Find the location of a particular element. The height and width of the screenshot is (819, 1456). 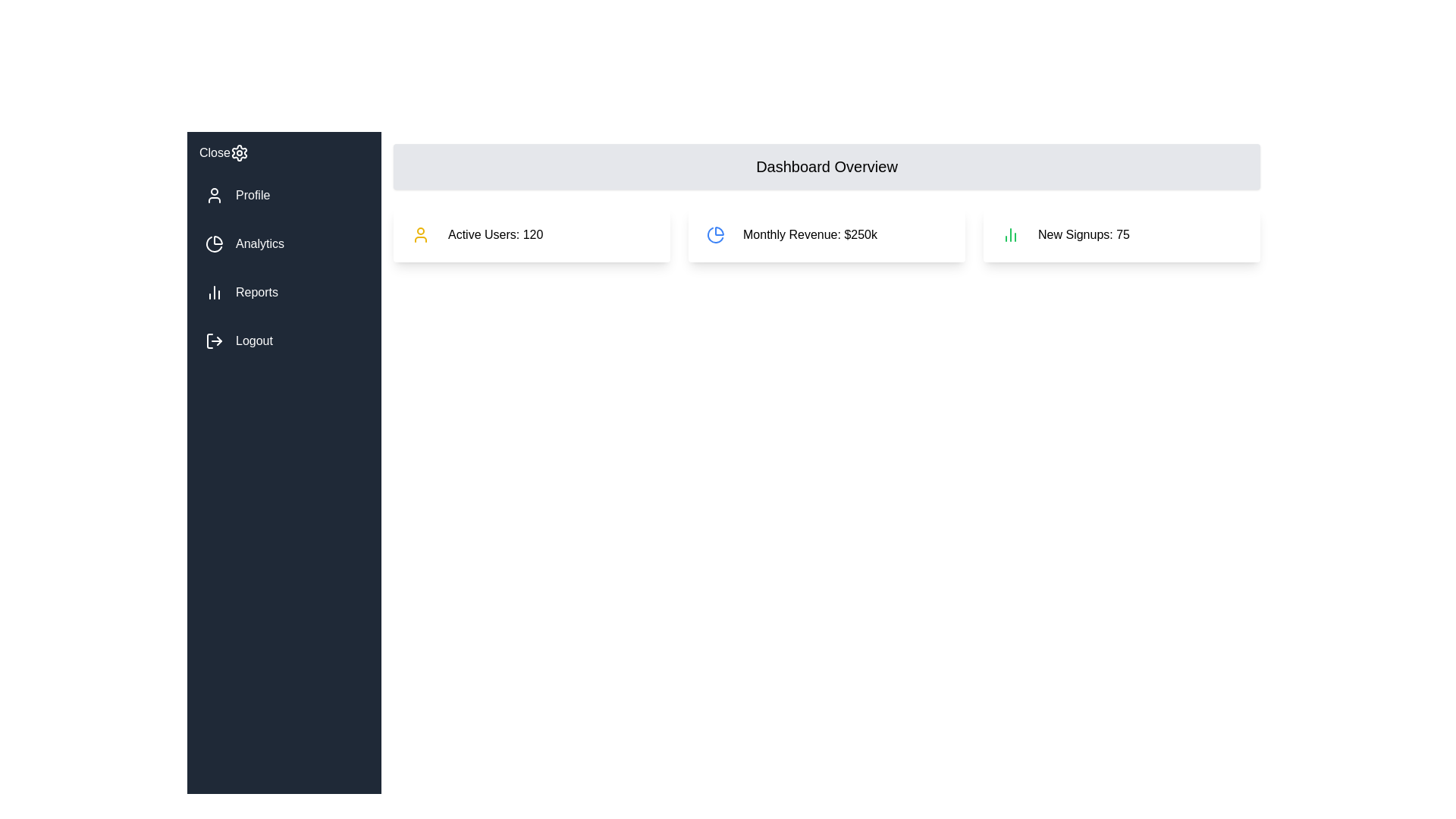

the logout button located at the bottom of the vertical list on the left sidebar, below 'Profile', 'Analytics', and 'Reports' to terminate the session is located at coordinates (284, 341).